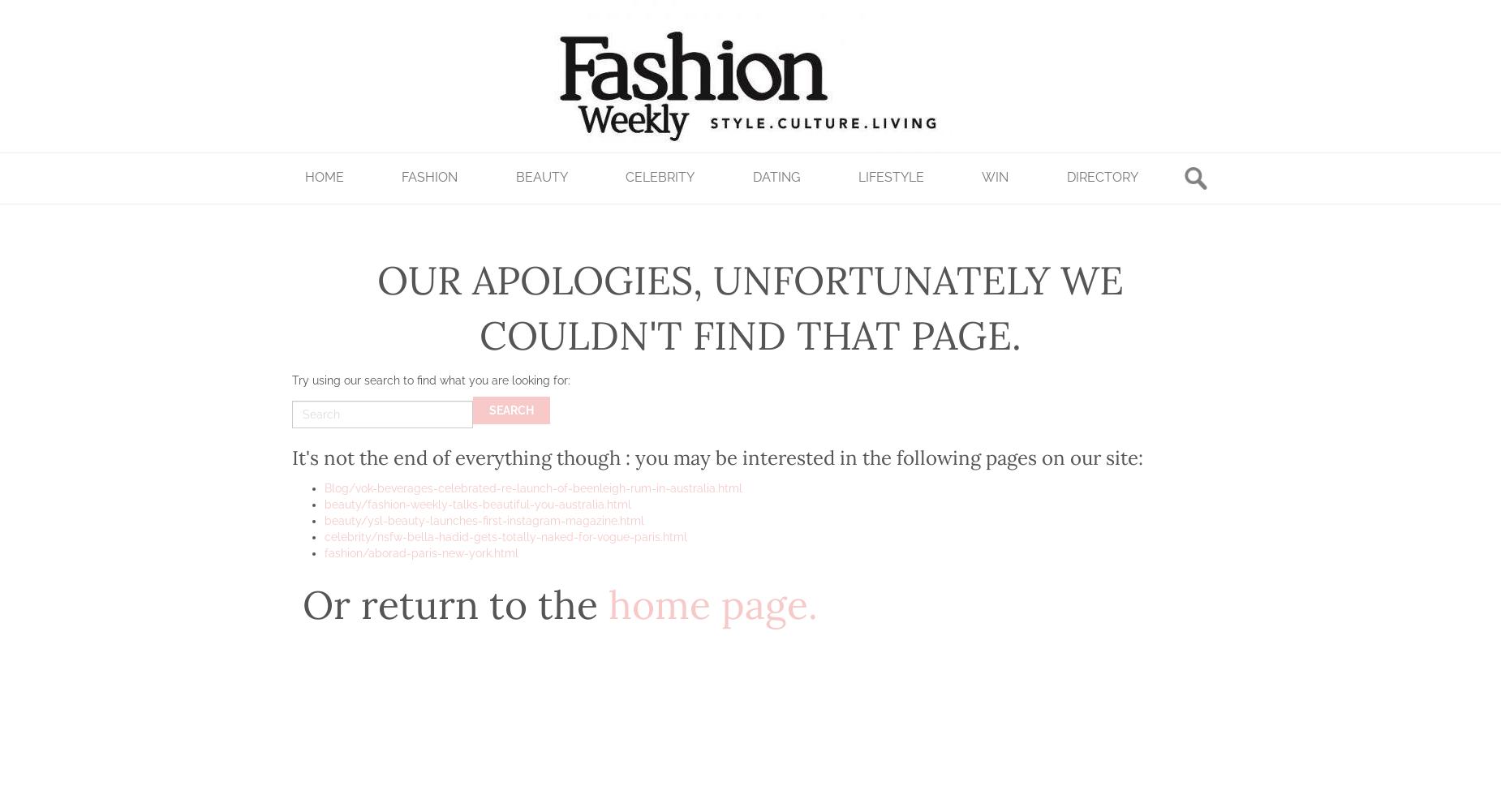 Image resolution: width=1501 pixels, height=812 pixels. Describe the element at coordinates (712, 604) in the screenshot. I see `'home page.'` at that location.